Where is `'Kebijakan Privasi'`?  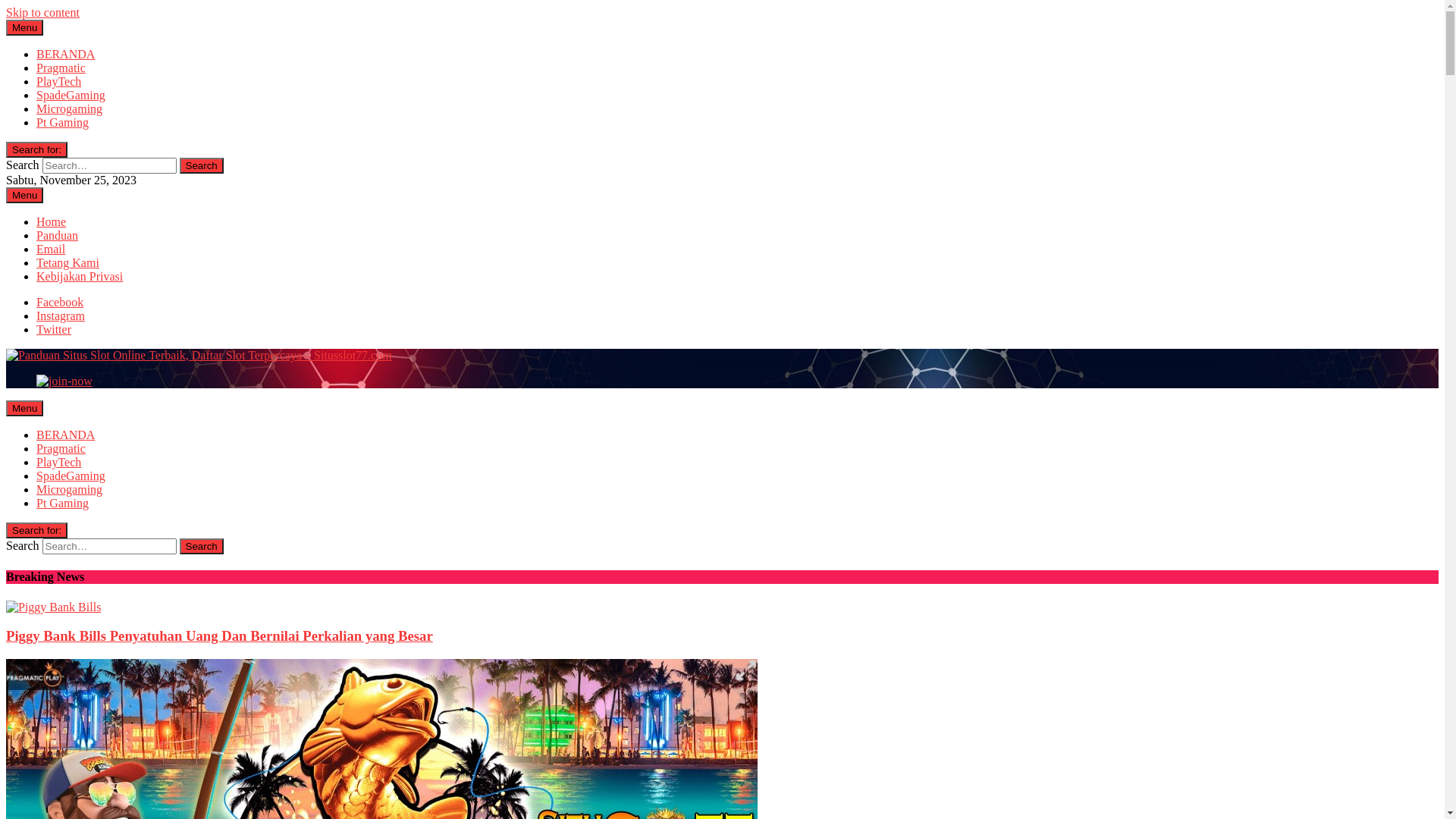 'Kebijakan Privasi' is located at coordinates (79, 276).